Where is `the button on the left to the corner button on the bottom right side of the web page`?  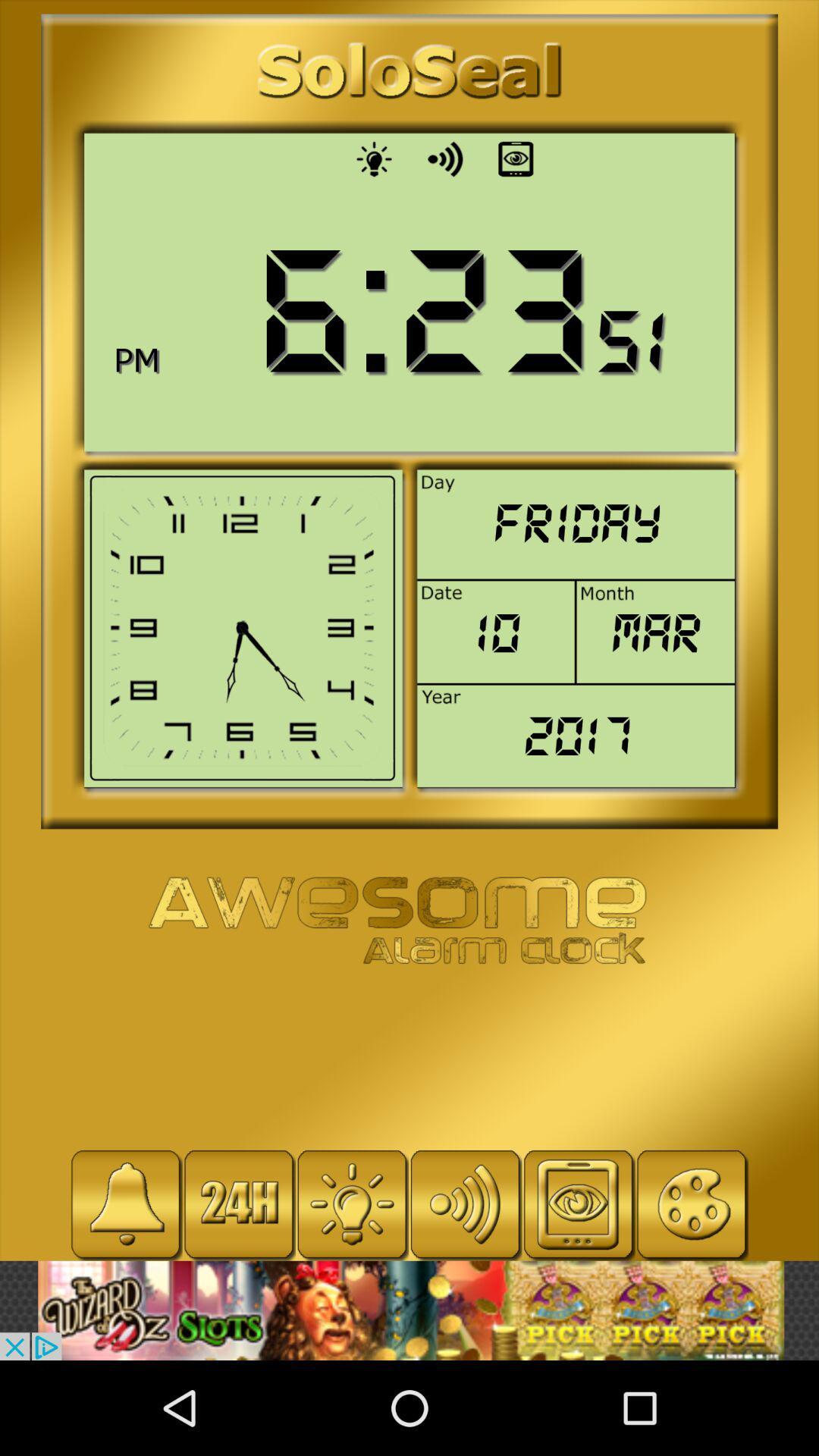 the button on the left to the corner button on the bottom right side of the web page is located at coordinates (579, 1203).